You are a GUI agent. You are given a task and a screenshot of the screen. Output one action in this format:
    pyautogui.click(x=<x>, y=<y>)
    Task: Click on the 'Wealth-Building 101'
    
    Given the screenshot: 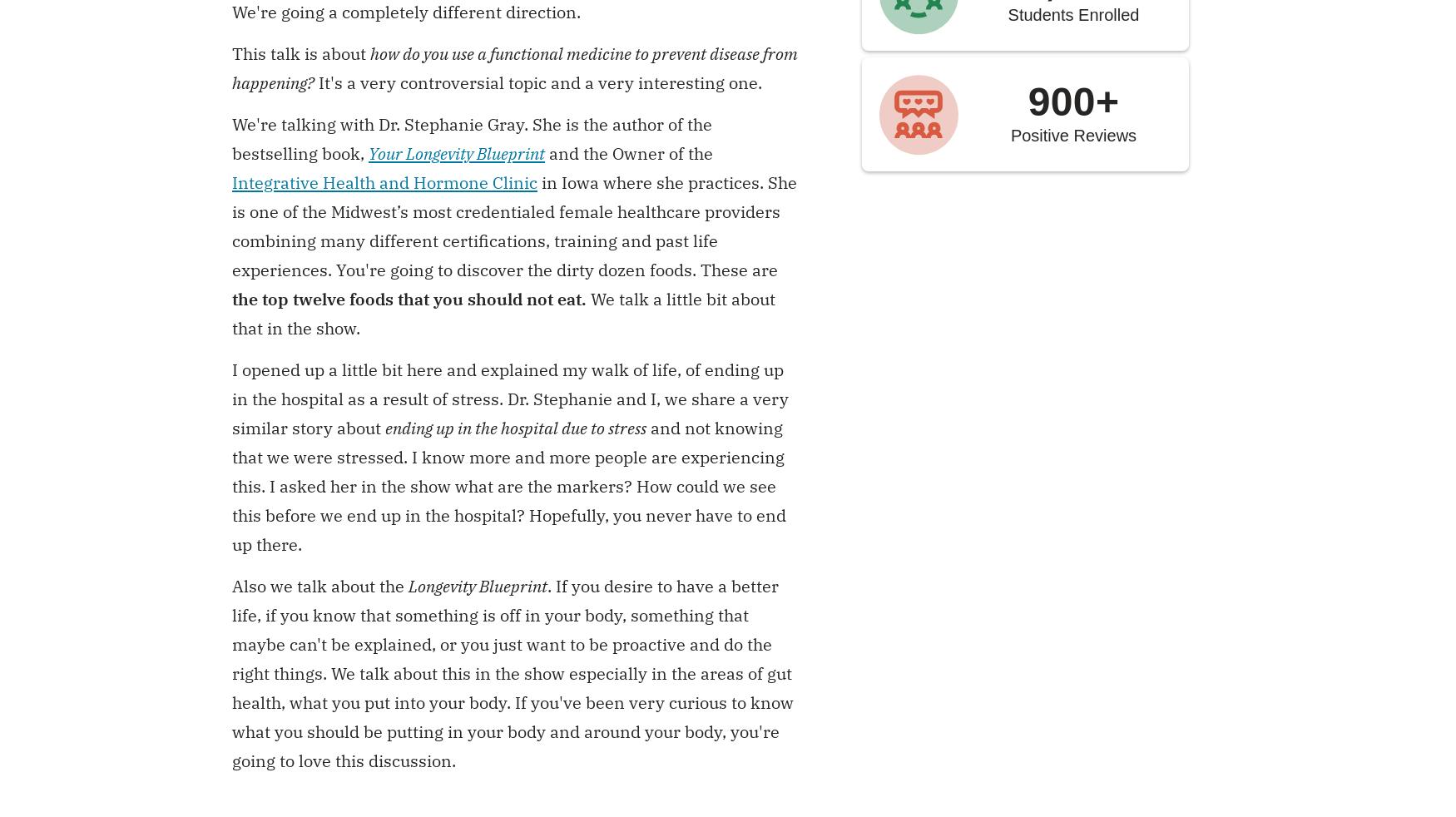 What is the action you would take?
    pyautogui.click(x=602, y=654)
    